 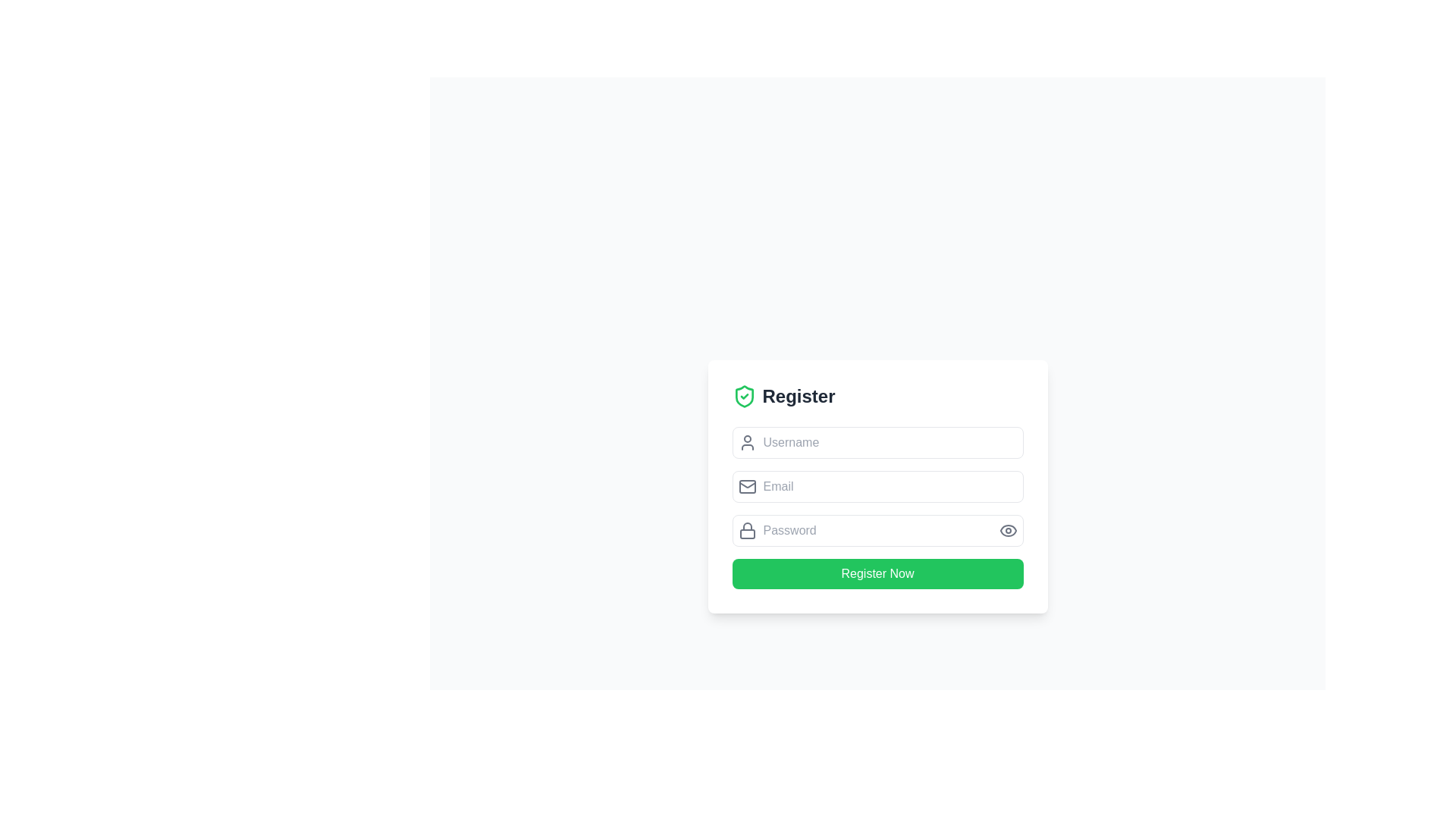 I want to click on the visibility toggle button located at the right end of the password input field, so click(x=1008, y=529).